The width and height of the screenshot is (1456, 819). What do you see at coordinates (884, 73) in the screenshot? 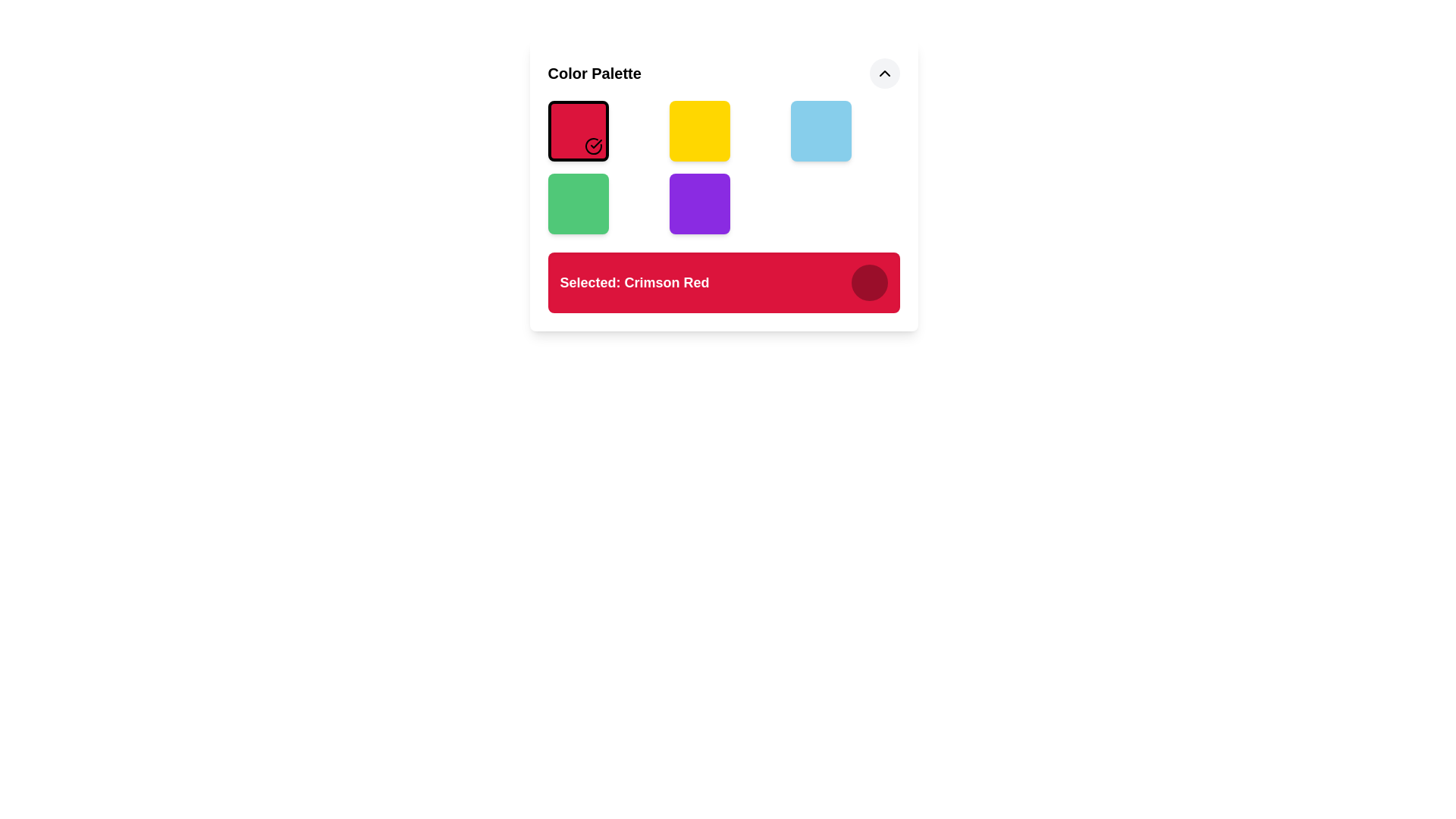
I see `the circular button with a light gray background and black upward-pointing chevron icon located at the top-right corner of the 'Color Palette' section` at bounding box center [884, 73].